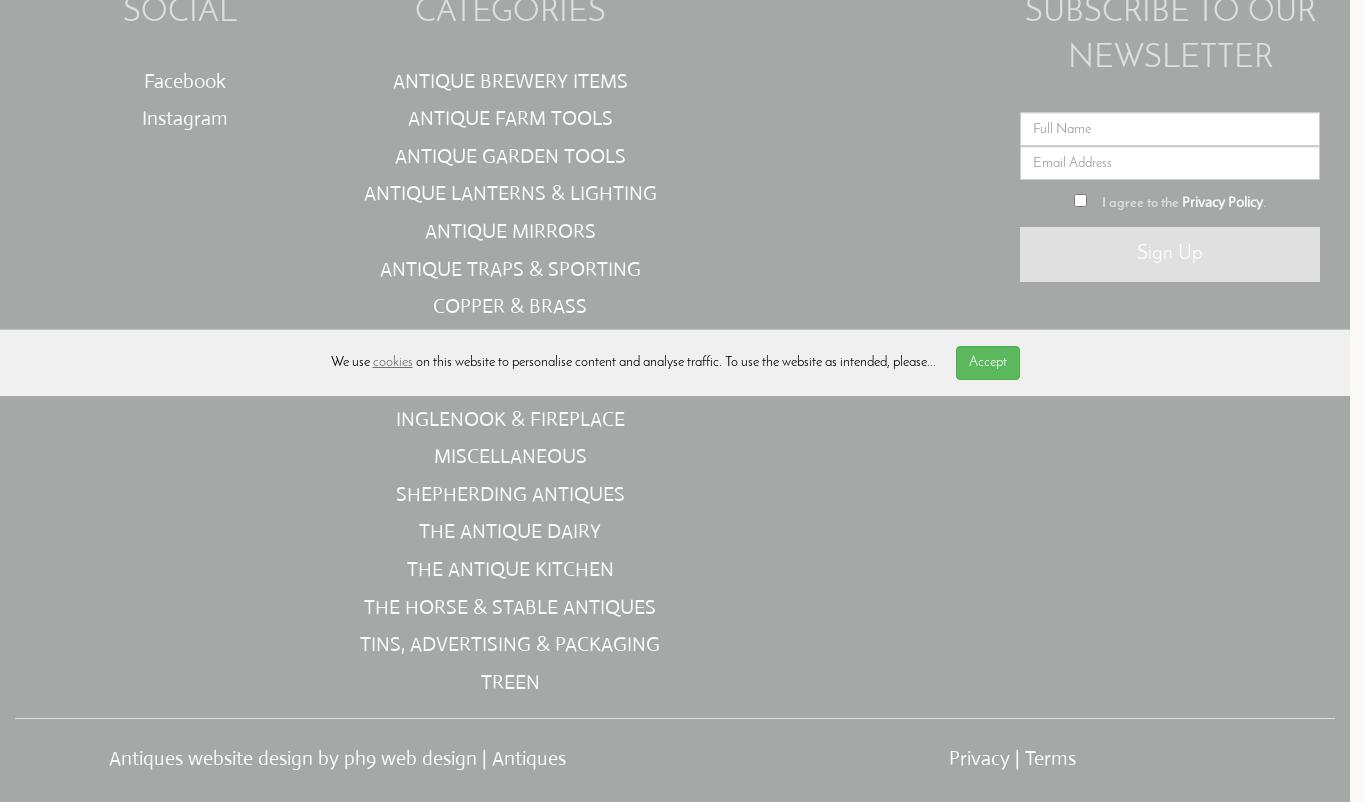 This screenshot has height=802, width=1364. Describe the element at coordinates (978, 757) in the screenshot. I see `'Privacy'` at that location.